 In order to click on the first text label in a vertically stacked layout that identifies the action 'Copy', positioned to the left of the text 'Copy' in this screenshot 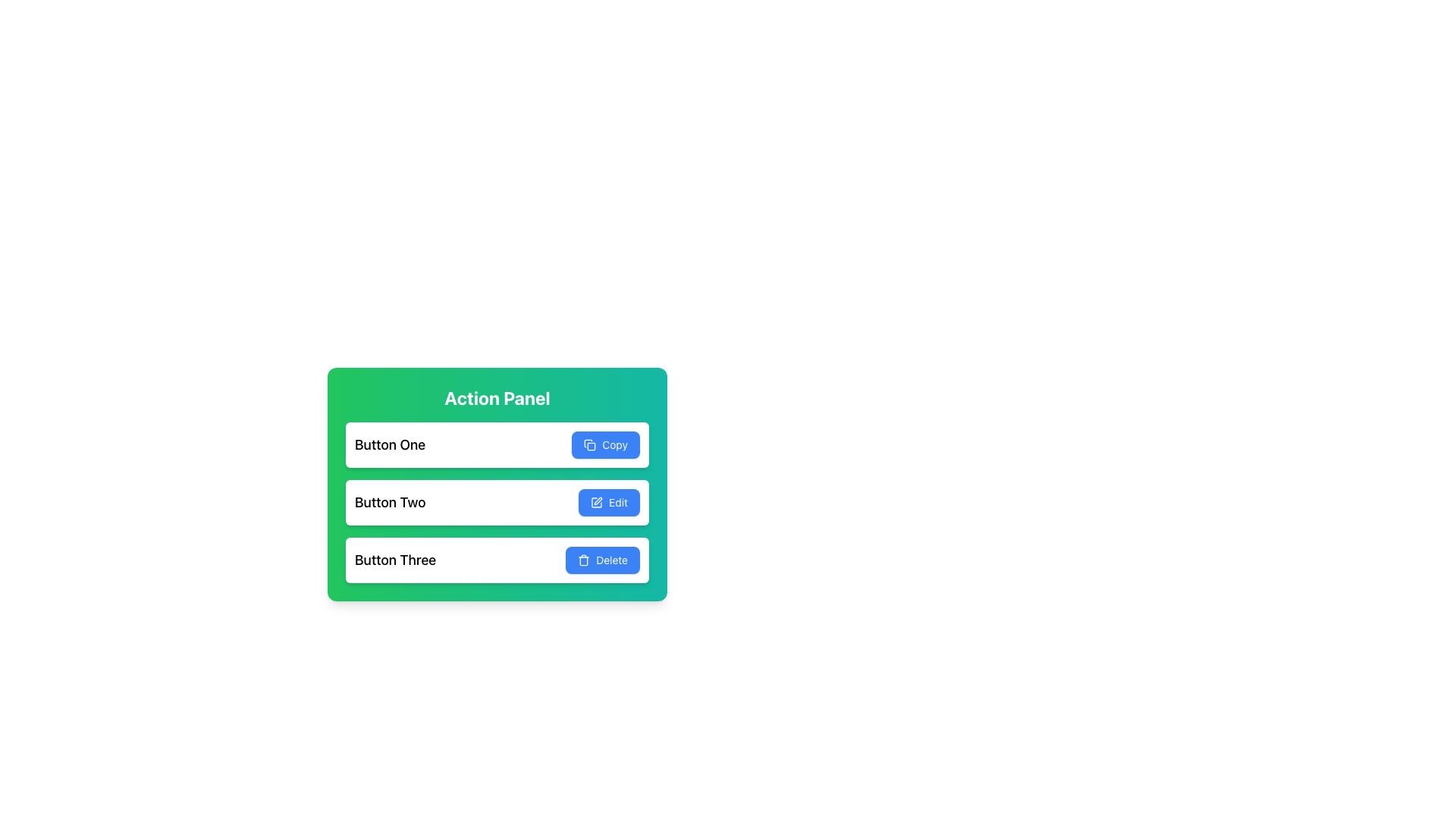, I will do `click(390, 444)`.